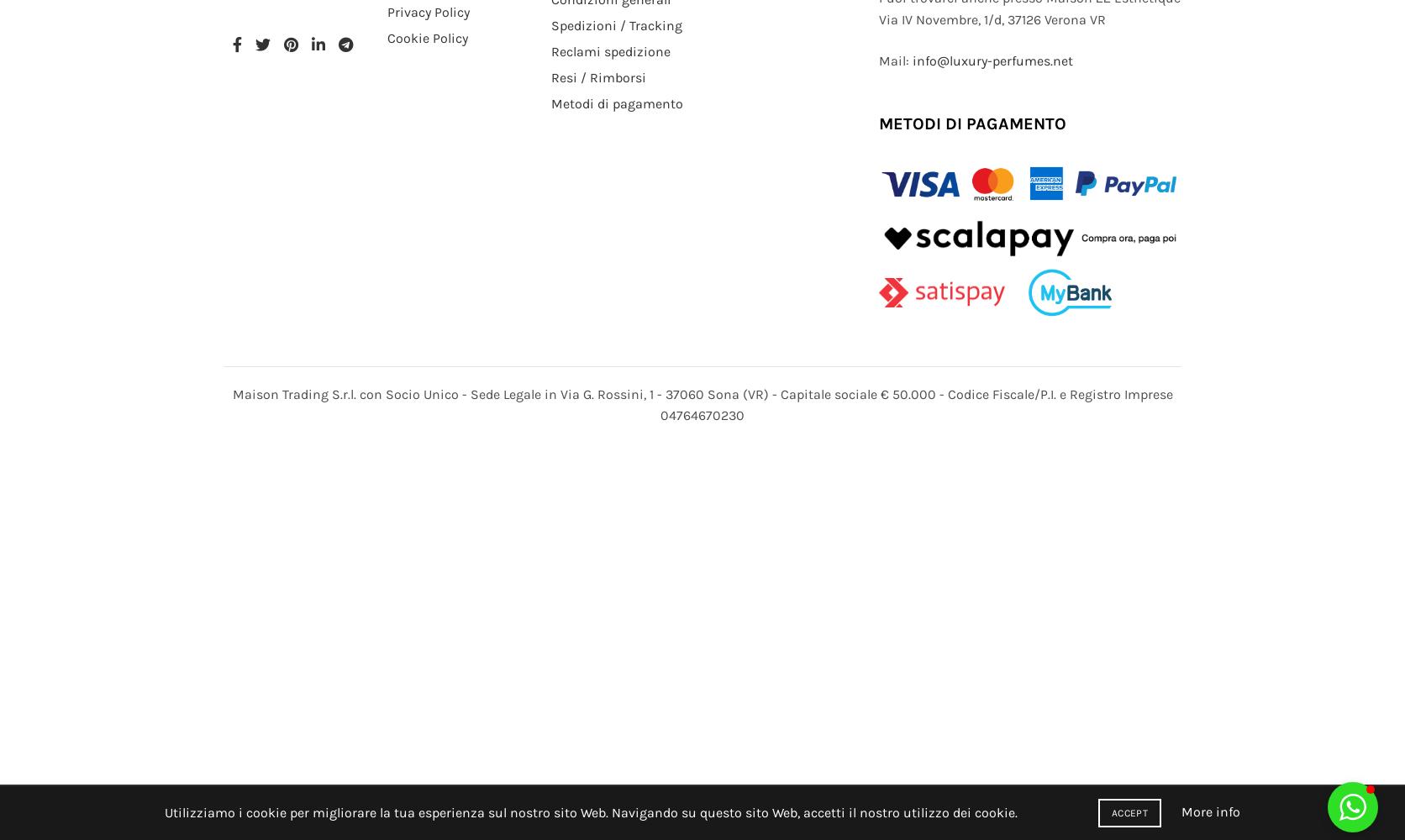  I want to click on 'Maison Trading S.r.l. con Socio Unico - Sede Legale in Via G. Rossini, 1 - 37060 Sona (VR) - Capitale sociale € 50.000 - Codice Fiscale/P.I. e Registro Imprese 04764670230', so click(701, 403).